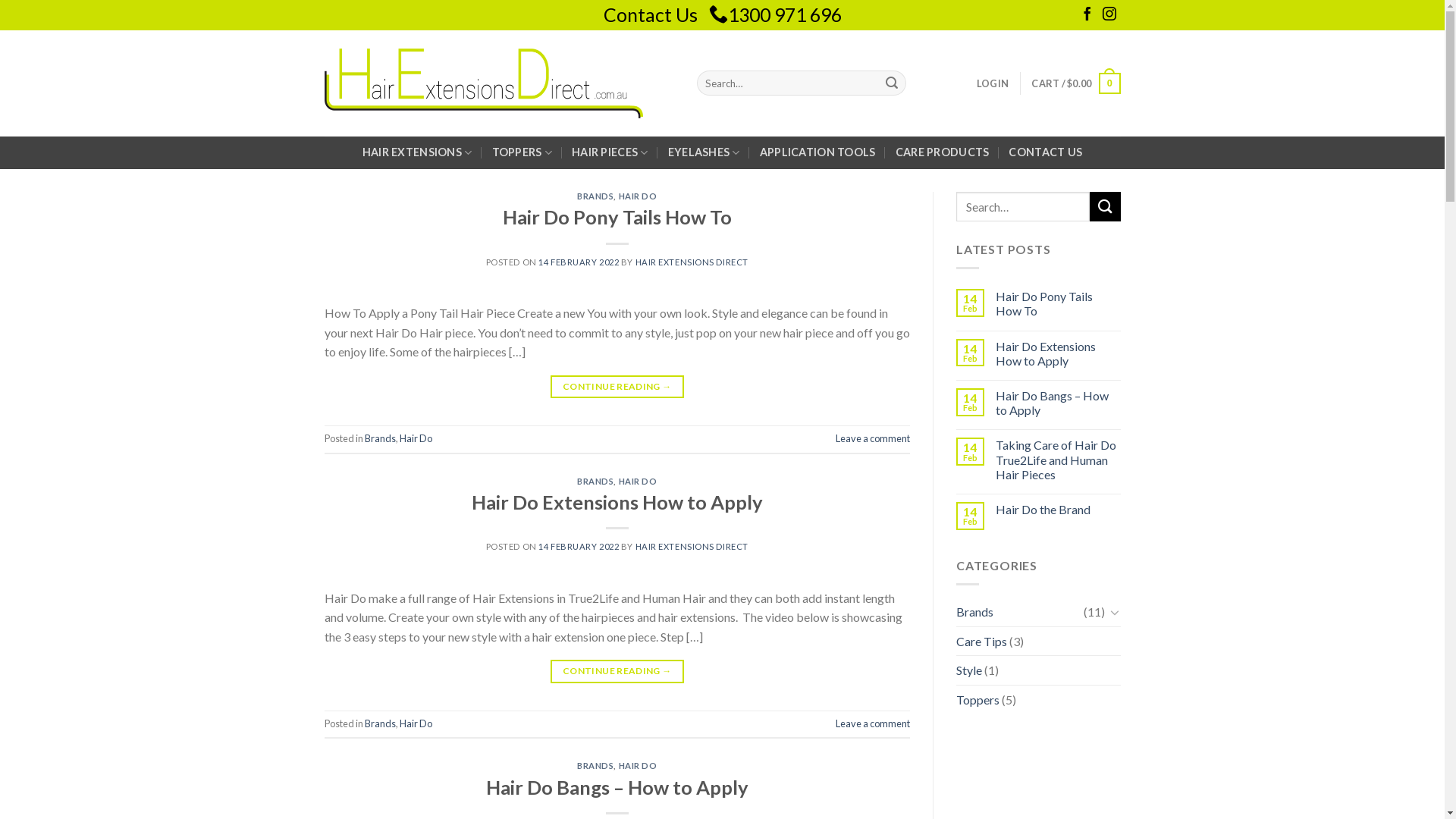 This screenshot has height=819, width=1456. What do you see at coordinates (691, 261) in the screenshot?
I see `'HAIR EXTENSIONS DIRECT'` at bounding box center [691, 261].